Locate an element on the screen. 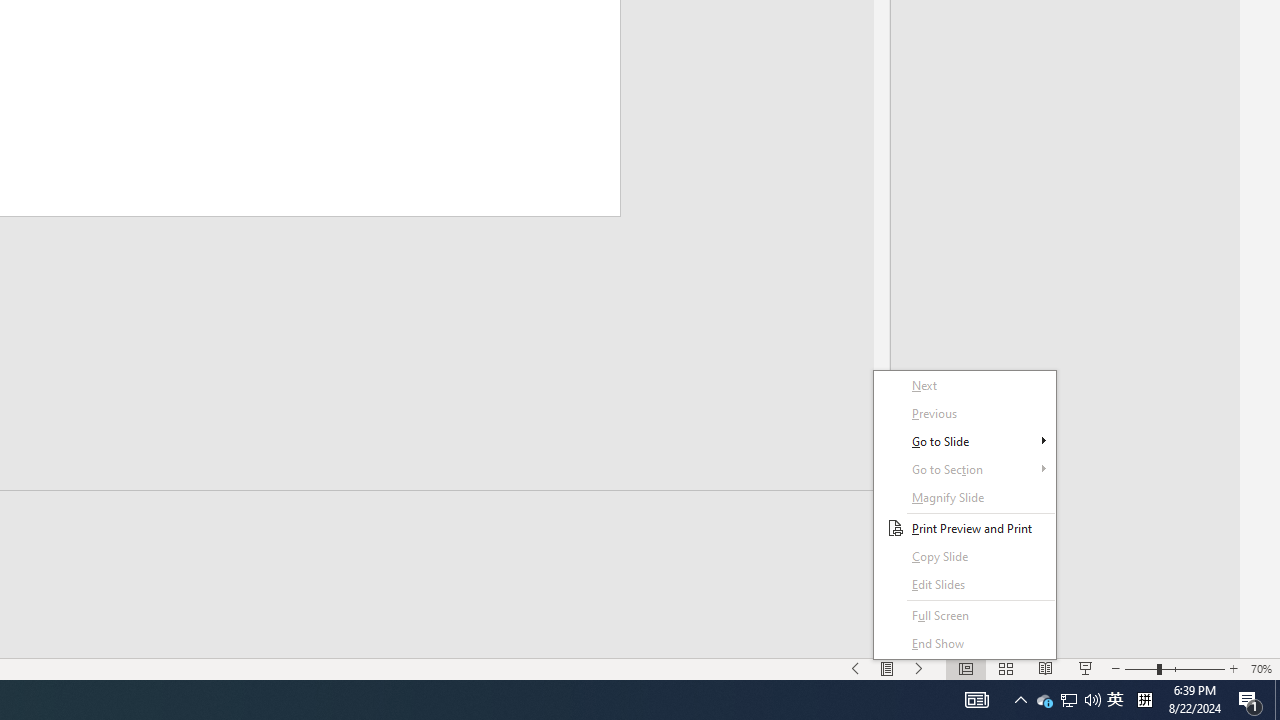  'End Show' is located at coordinates (965, 644).